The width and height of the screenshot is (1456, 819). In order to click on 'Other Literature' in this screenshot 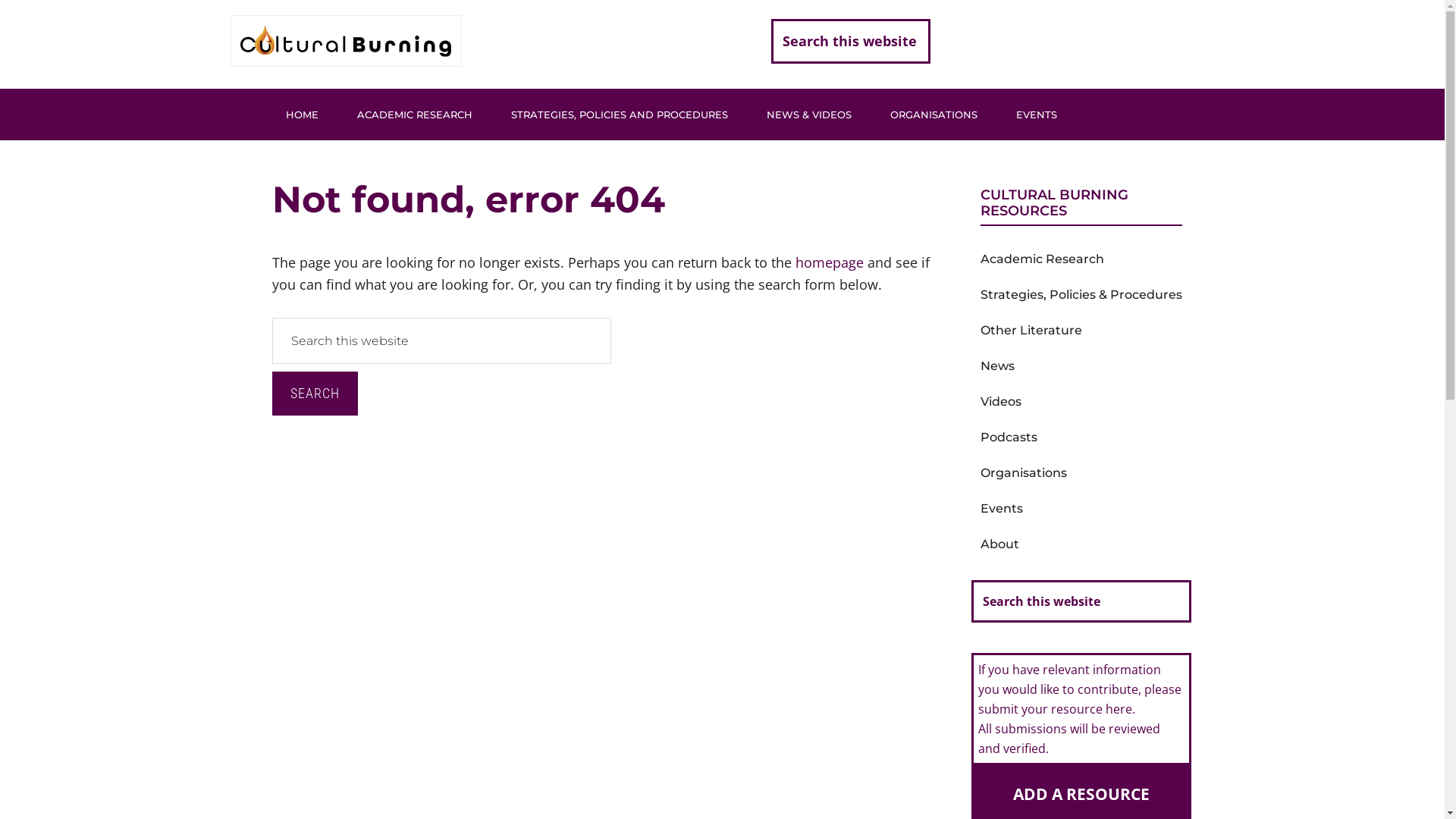, I will do `click(1030, 329)`.